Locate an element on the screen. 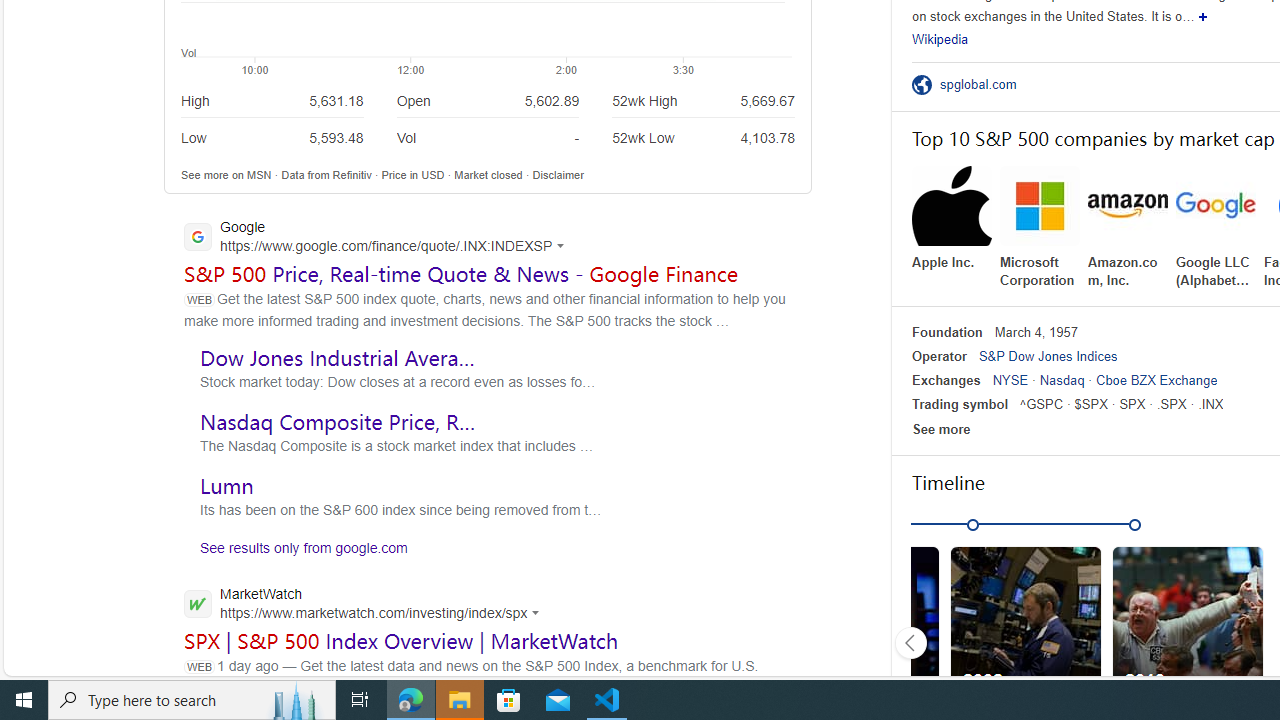  'Operator' is located at coordinates (937, 355).